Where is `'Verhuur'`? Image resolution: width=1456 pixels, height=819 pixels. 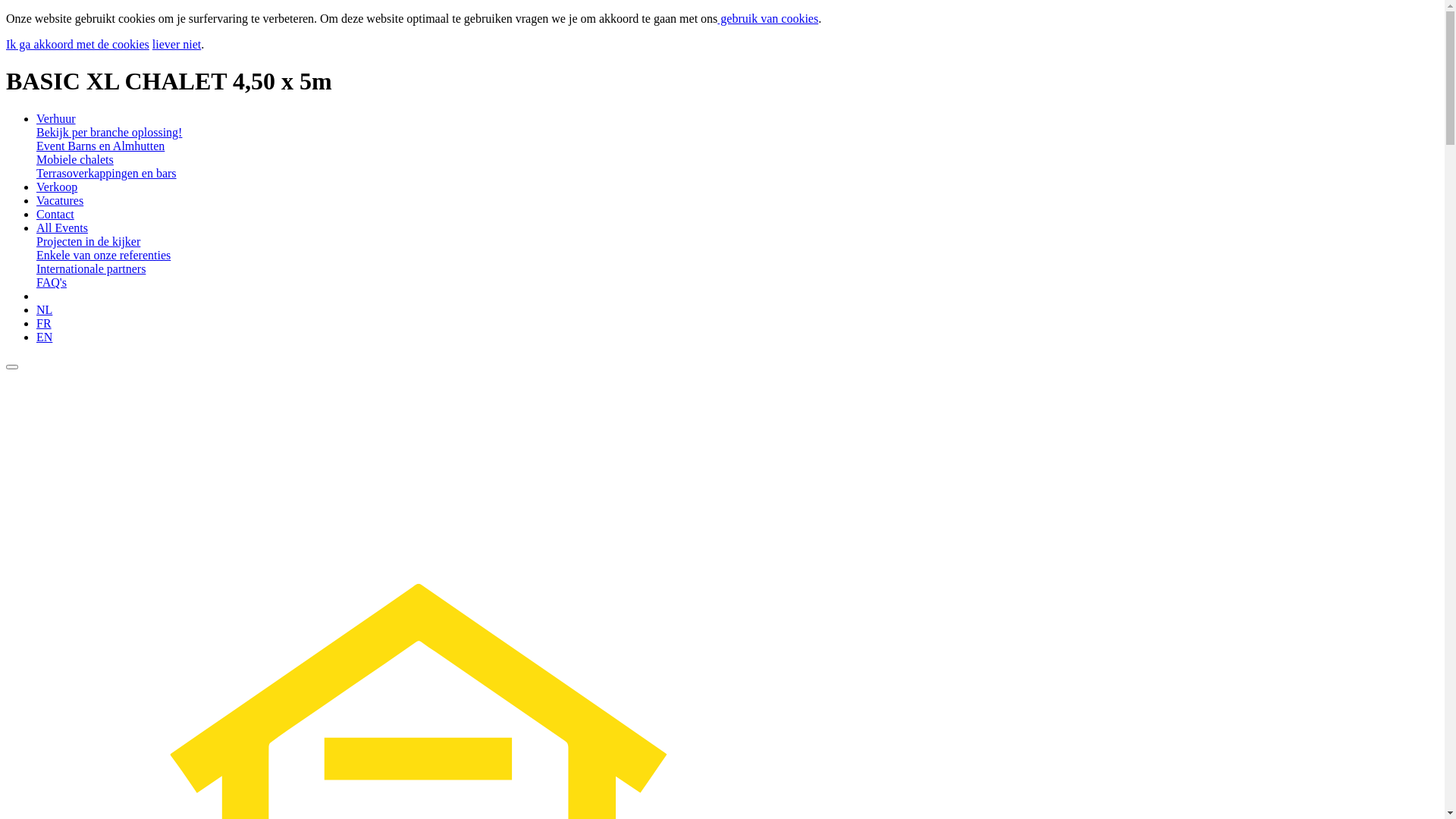
'Verhuur' is located at coordinates (55, 118).